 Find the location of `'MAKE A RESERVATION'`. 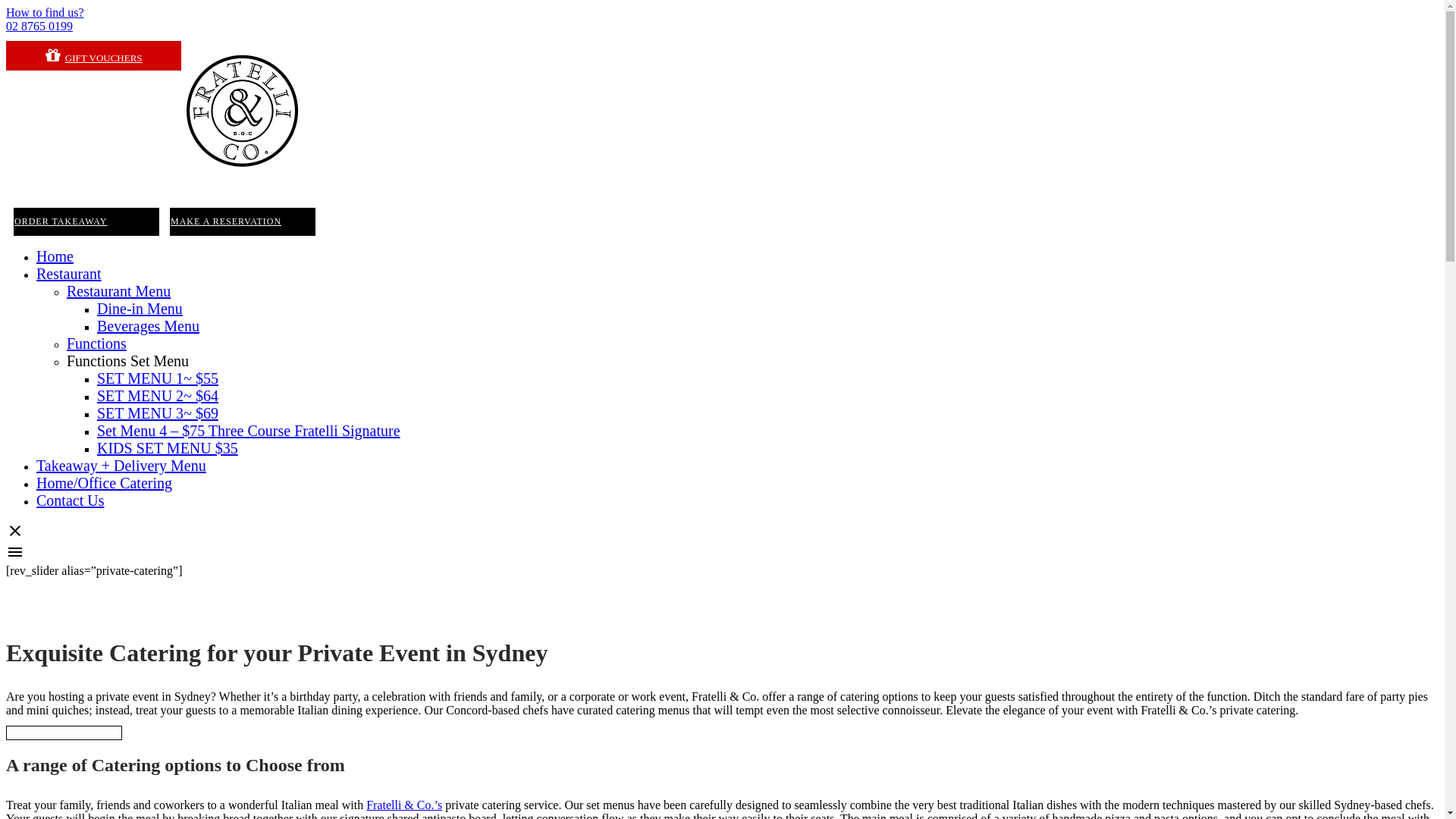

'MAKE A RESERVATION' is located at coordinates (243, 221).